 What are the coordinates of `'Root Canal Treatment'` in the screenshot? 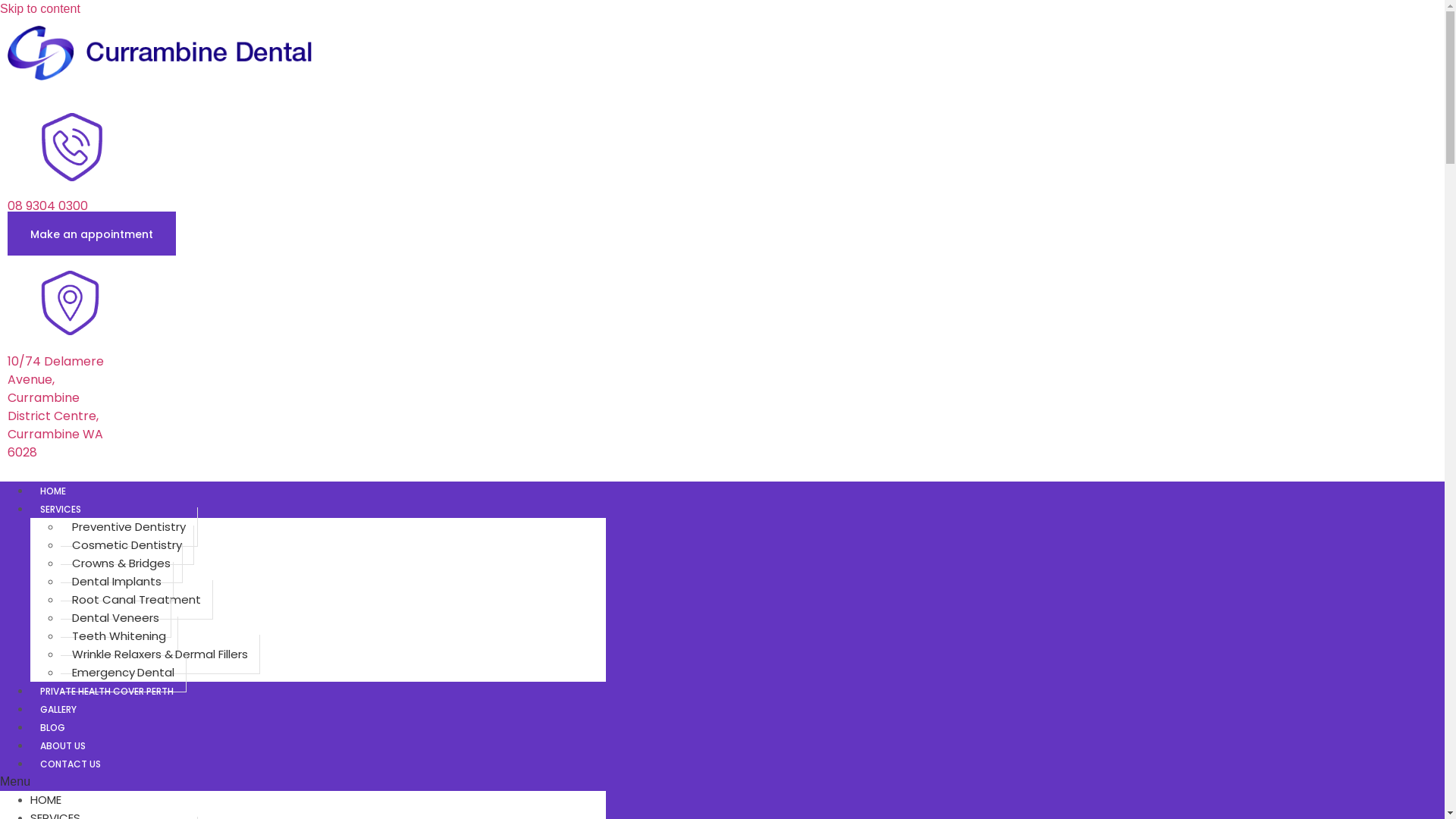 It's located at (61, 598).